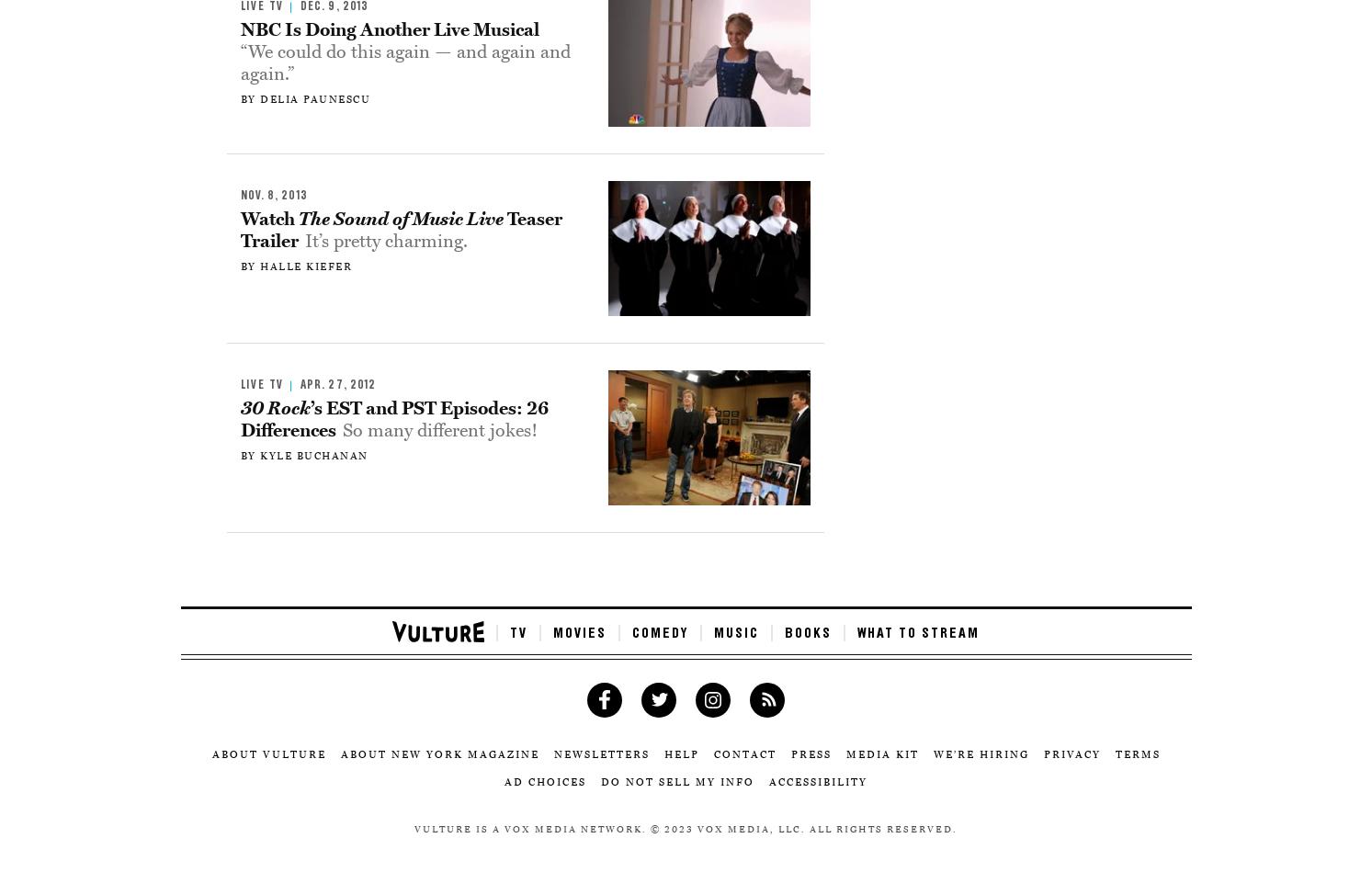 This screenshot has width=1372, height=872. I want to click on 'Comedy', so click(659, 632).